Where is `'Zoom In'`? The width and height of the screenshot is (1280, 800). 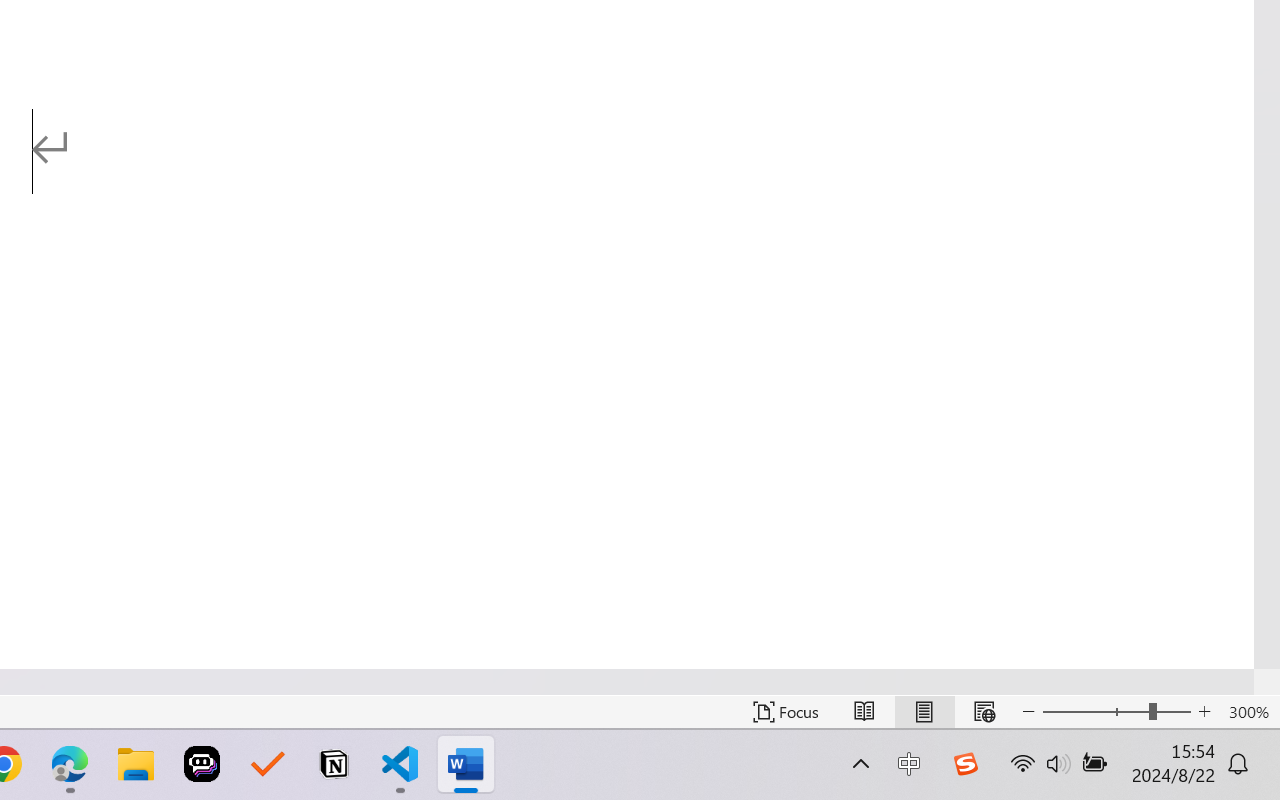
'Zoom In' is located at coordinates (1204, 711).